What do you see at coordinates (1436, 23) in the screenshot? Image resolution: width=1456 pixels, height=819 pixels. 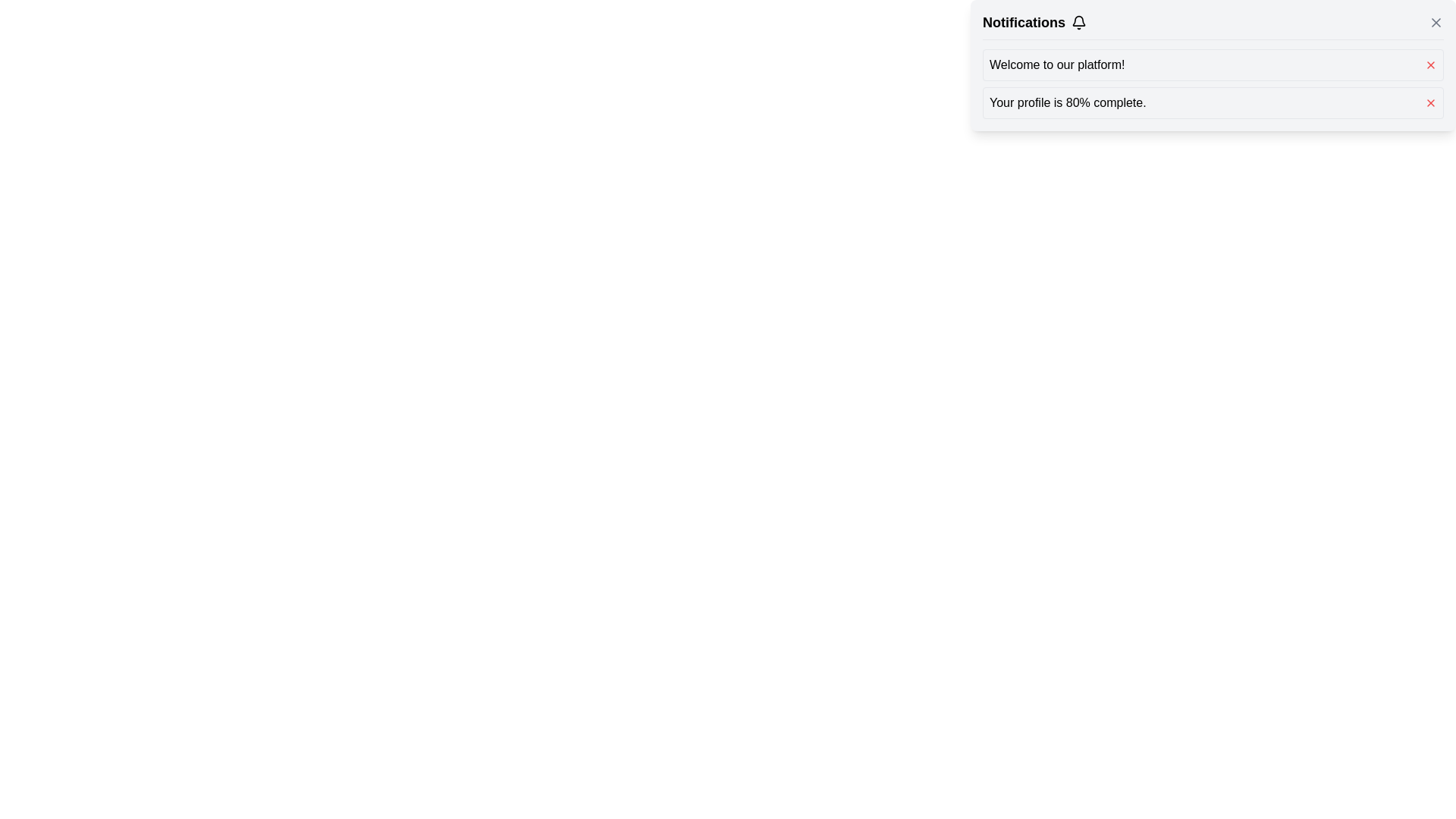 I see `the 'X' icon located at the top-right corner of the notification card` at bounding box center [1436, 23].